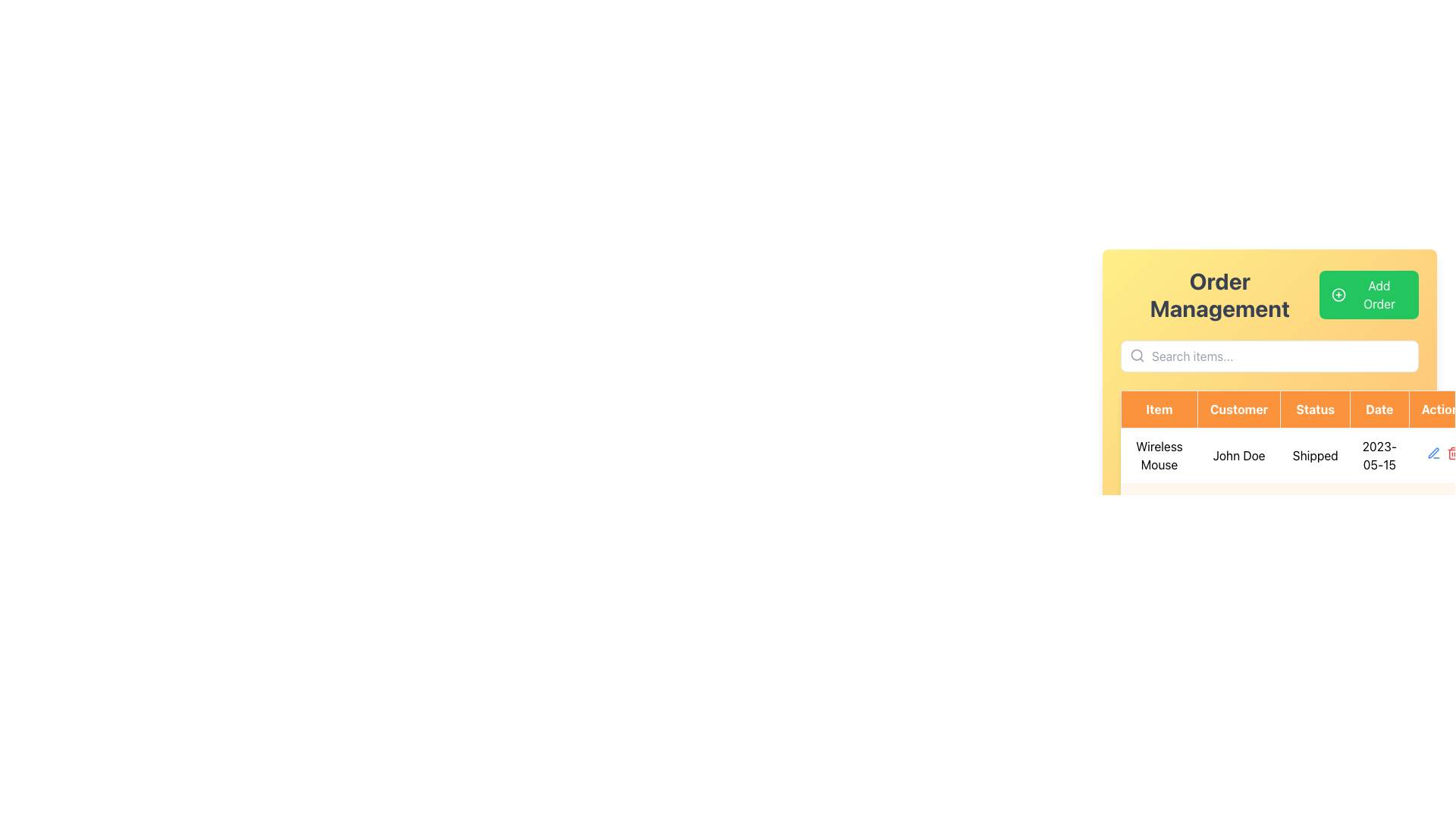  I want to click on the 'Wireless Mouse' text label in the first column of the data table, so click(1158, 454).